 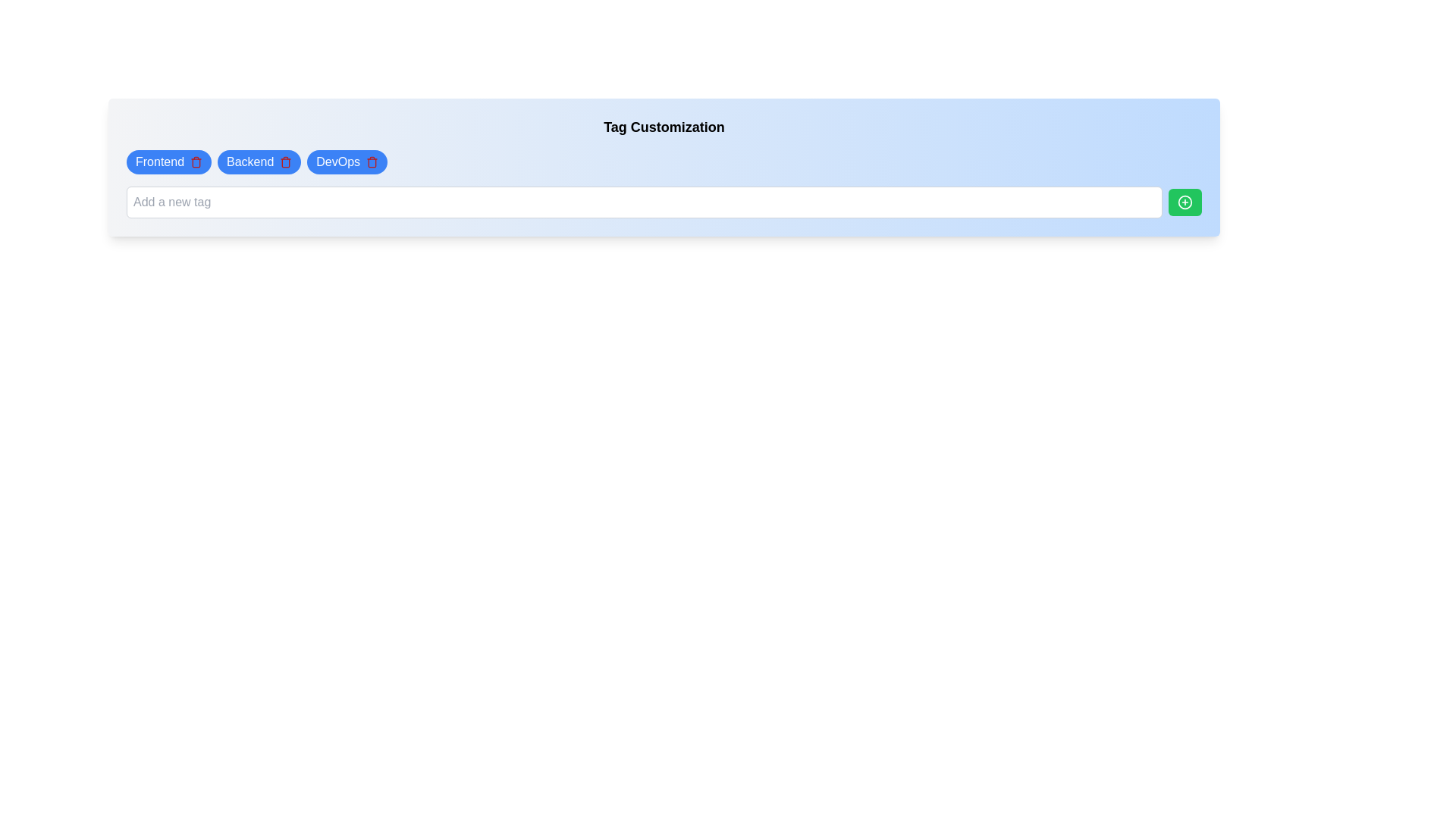 I want to click on the icon button located at the right end of the text input field, so click(x=1185, y=201).